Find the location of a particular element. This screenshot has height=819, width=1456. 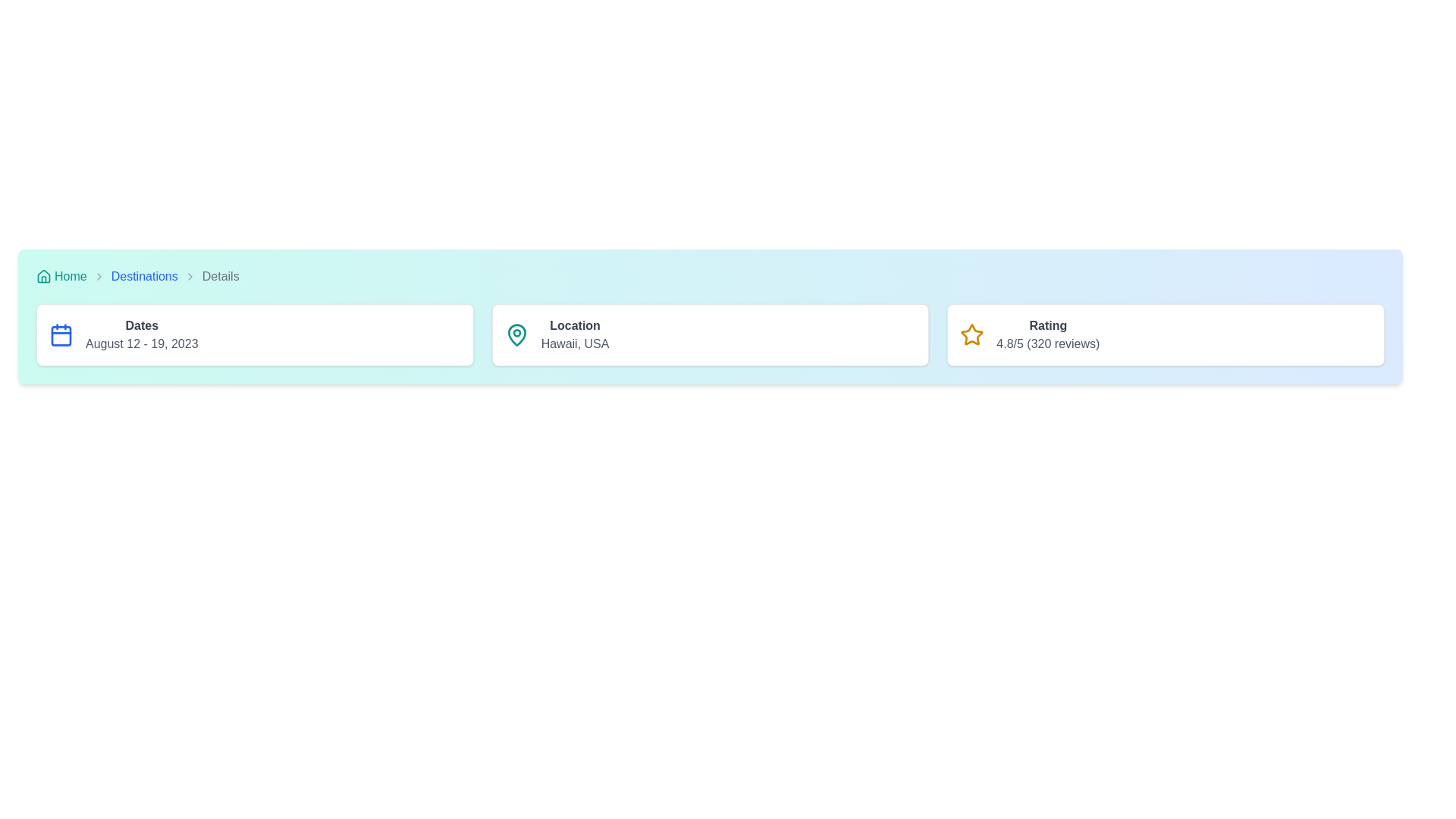

the blue calendar icon located at the upper-left corner of the 'Dates August 12 - 19, 2023' card for interaction, if enabled is located at coordinates (61, 334).